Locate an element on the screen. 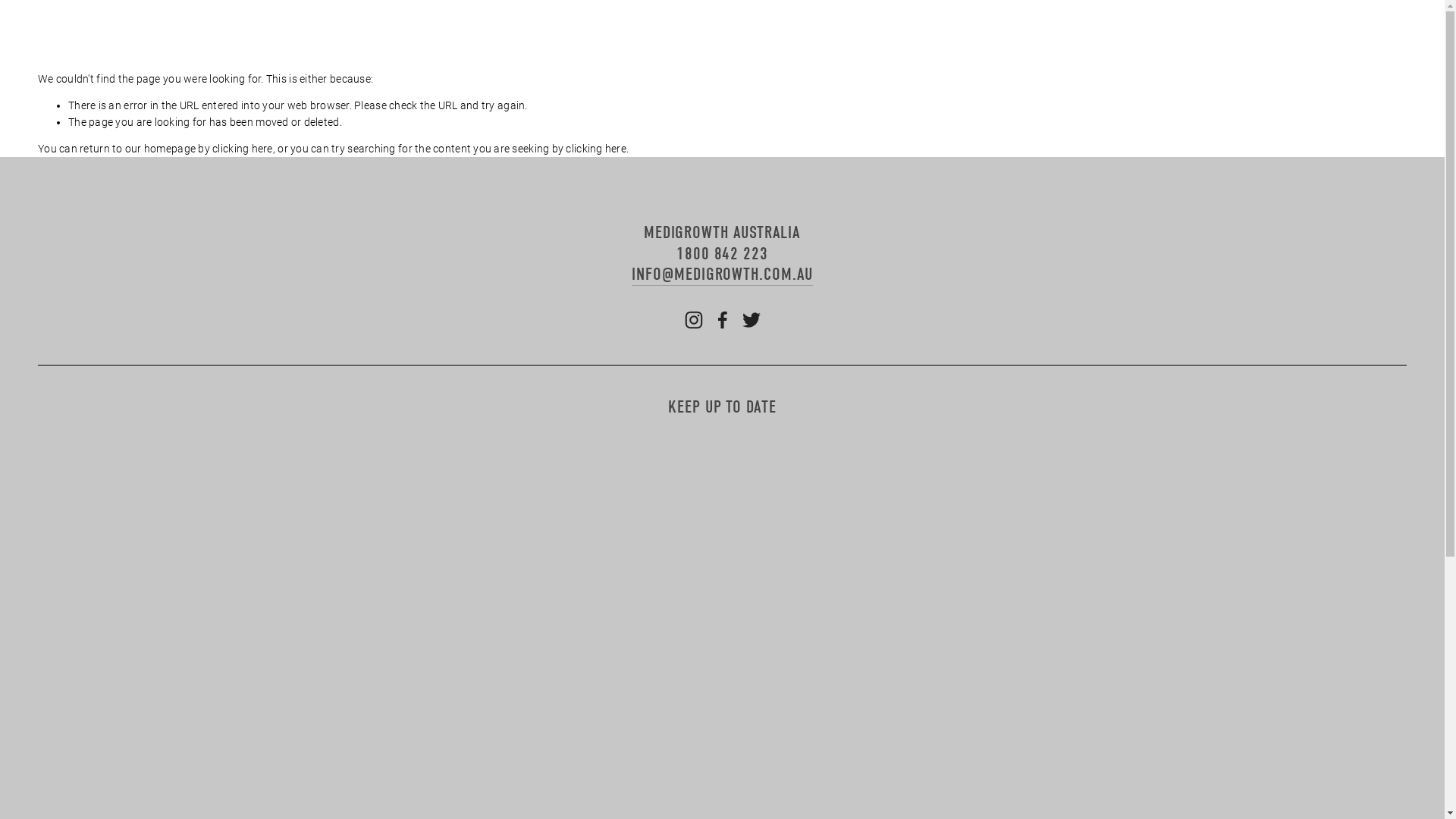 The image size is (1456, 819). 'INFO@MEDIGROWTH.COM.AU' is located at coordinates (720, 275).